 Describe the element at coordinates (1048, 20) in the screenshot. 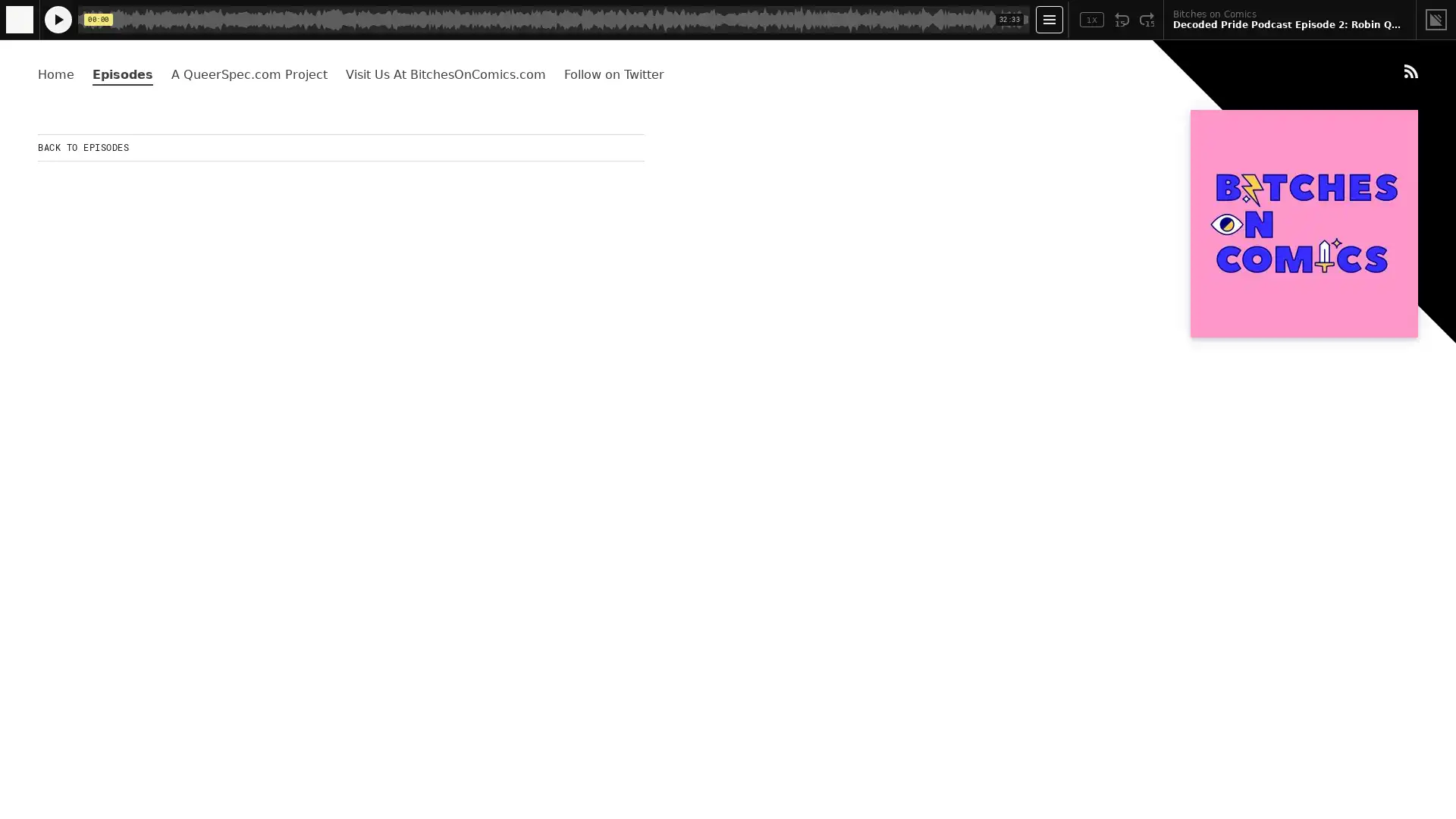

I see `Open Player Settings` at that location.